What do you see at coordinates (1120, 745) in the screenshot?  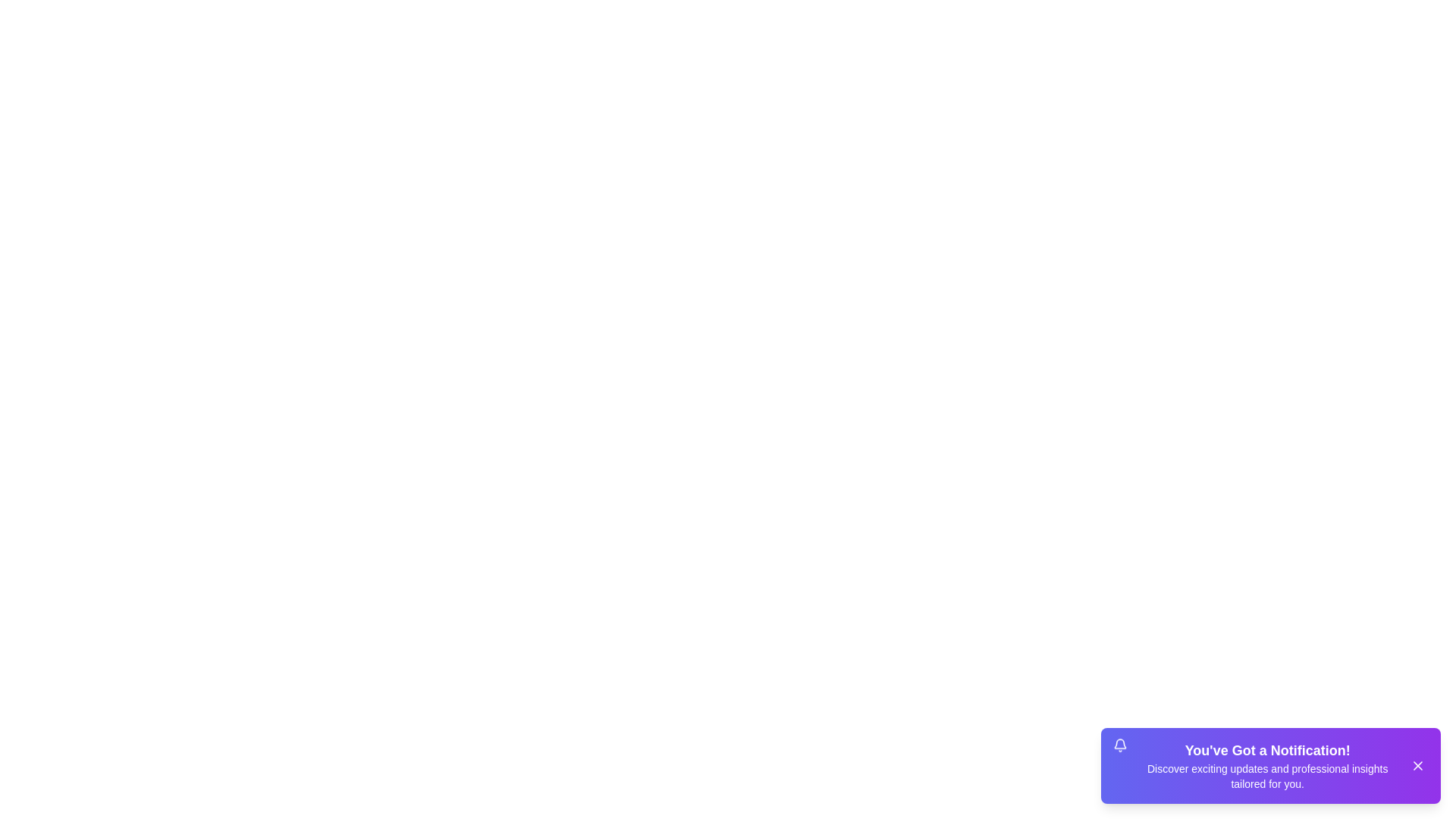 I see `the notification icon to view notifications` at bounding box center [1120, 745].